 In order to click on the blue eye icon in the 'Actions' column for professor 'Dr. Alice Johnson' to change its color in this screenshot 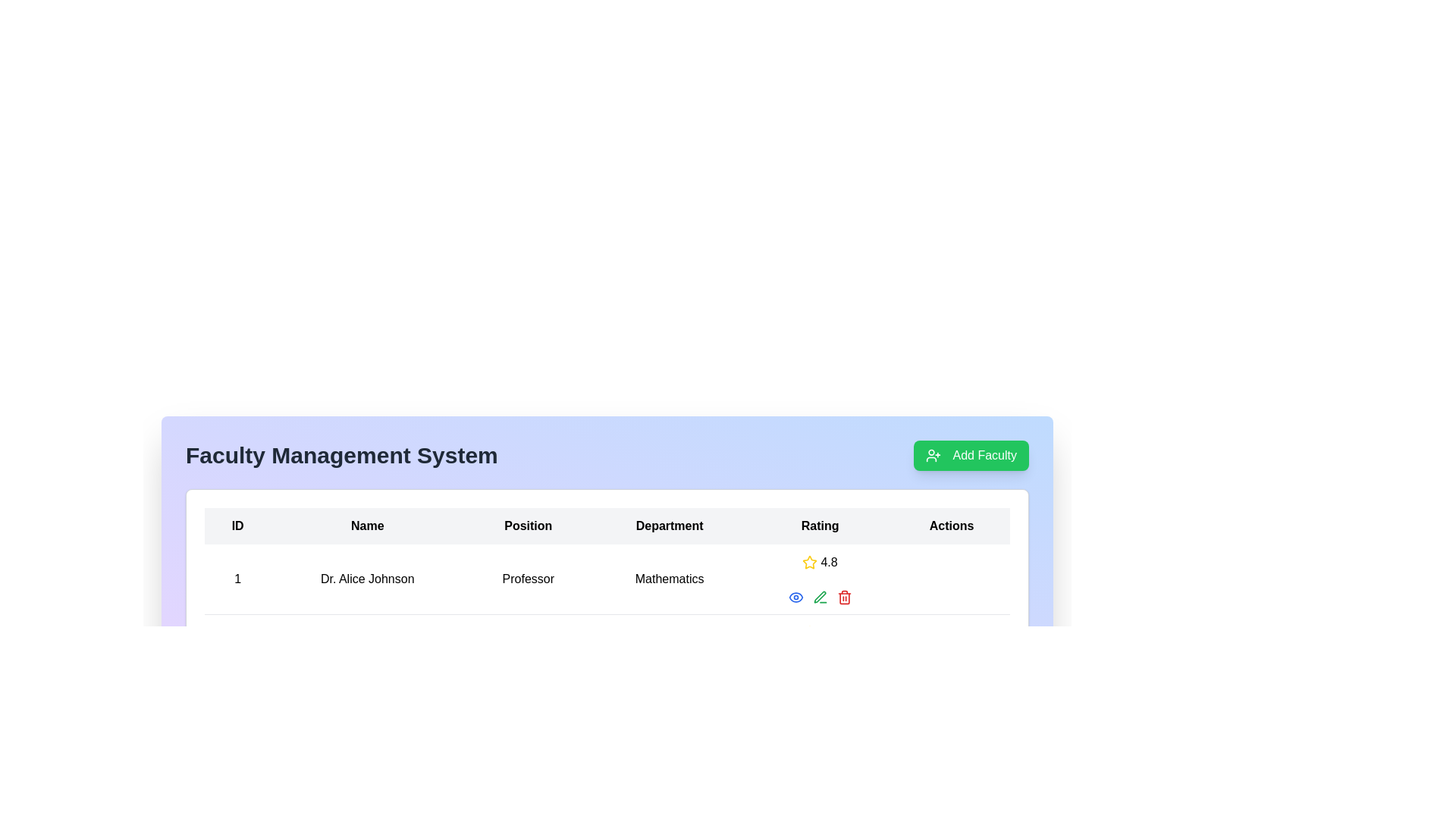, I will do `click(795, 596)`.